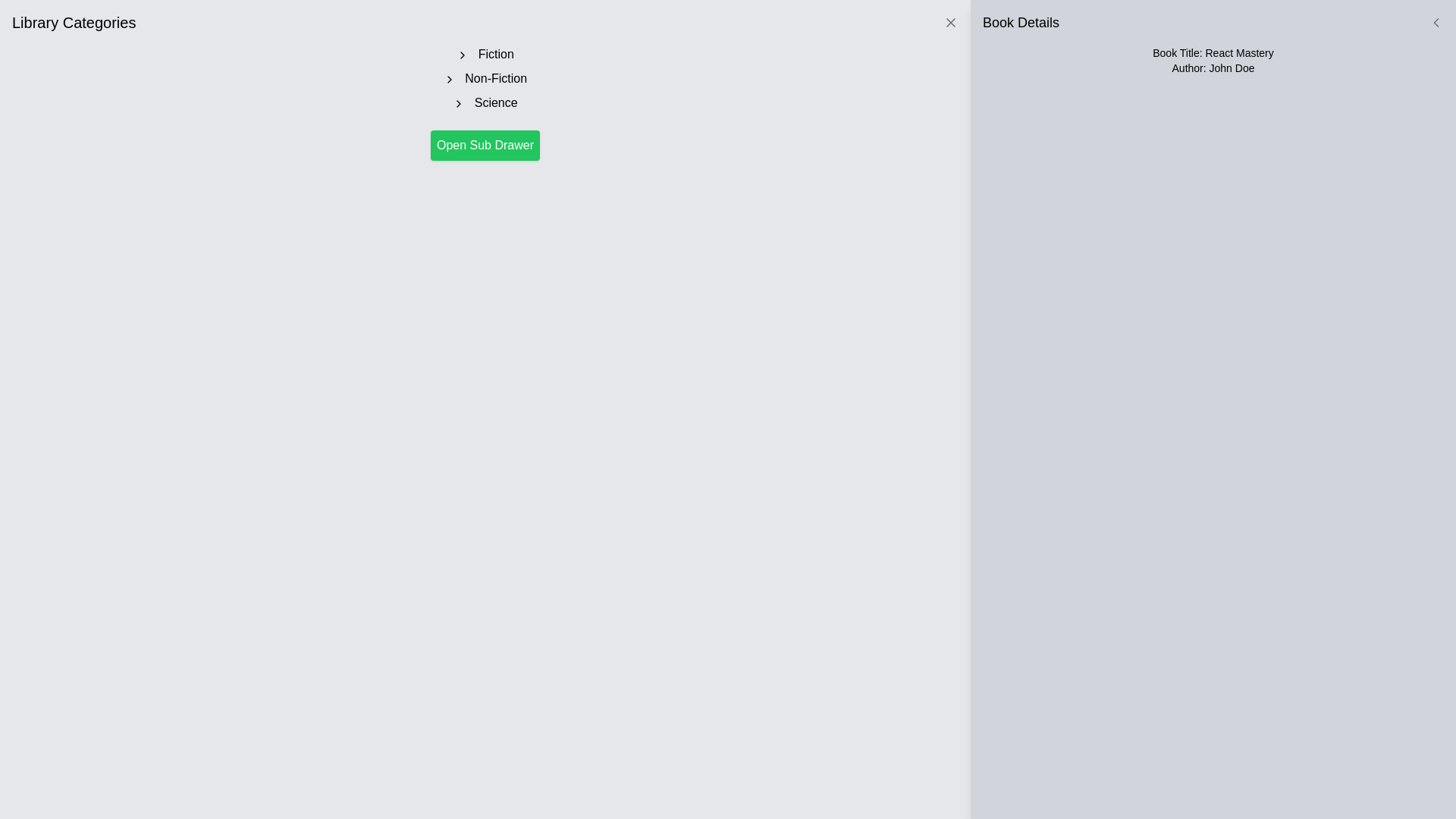 The height and width of the screenshot is (819, 1456). Describe the element at coordinates (484, 79) in the screenshot. I see `the 'Non-Fiction' label, which is the second item in a vertical list of categories` at that location.